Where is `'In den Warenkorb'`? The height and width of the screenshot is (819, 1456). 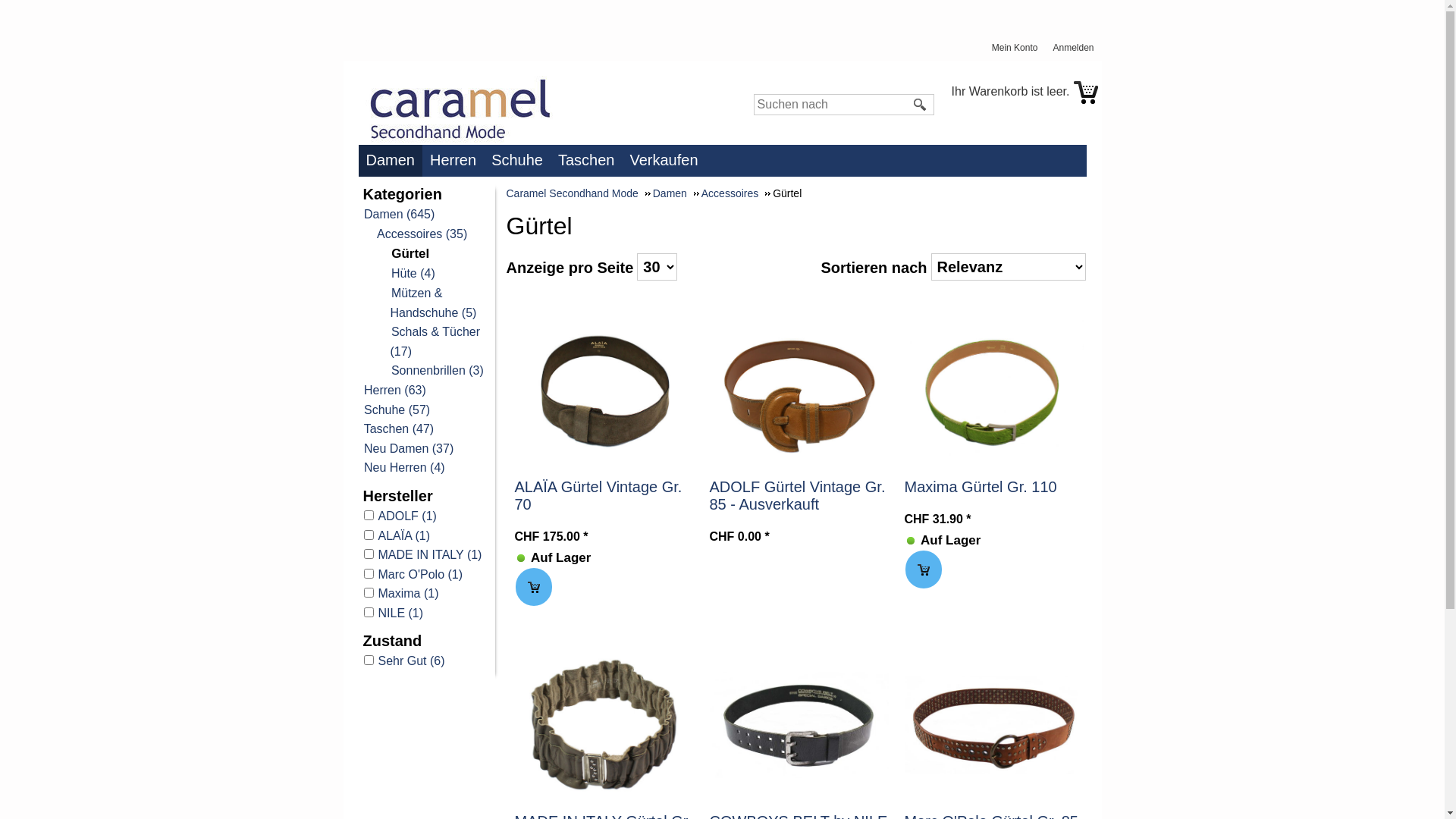 'In den Warenkorb' is located at coordinates (516, 586).